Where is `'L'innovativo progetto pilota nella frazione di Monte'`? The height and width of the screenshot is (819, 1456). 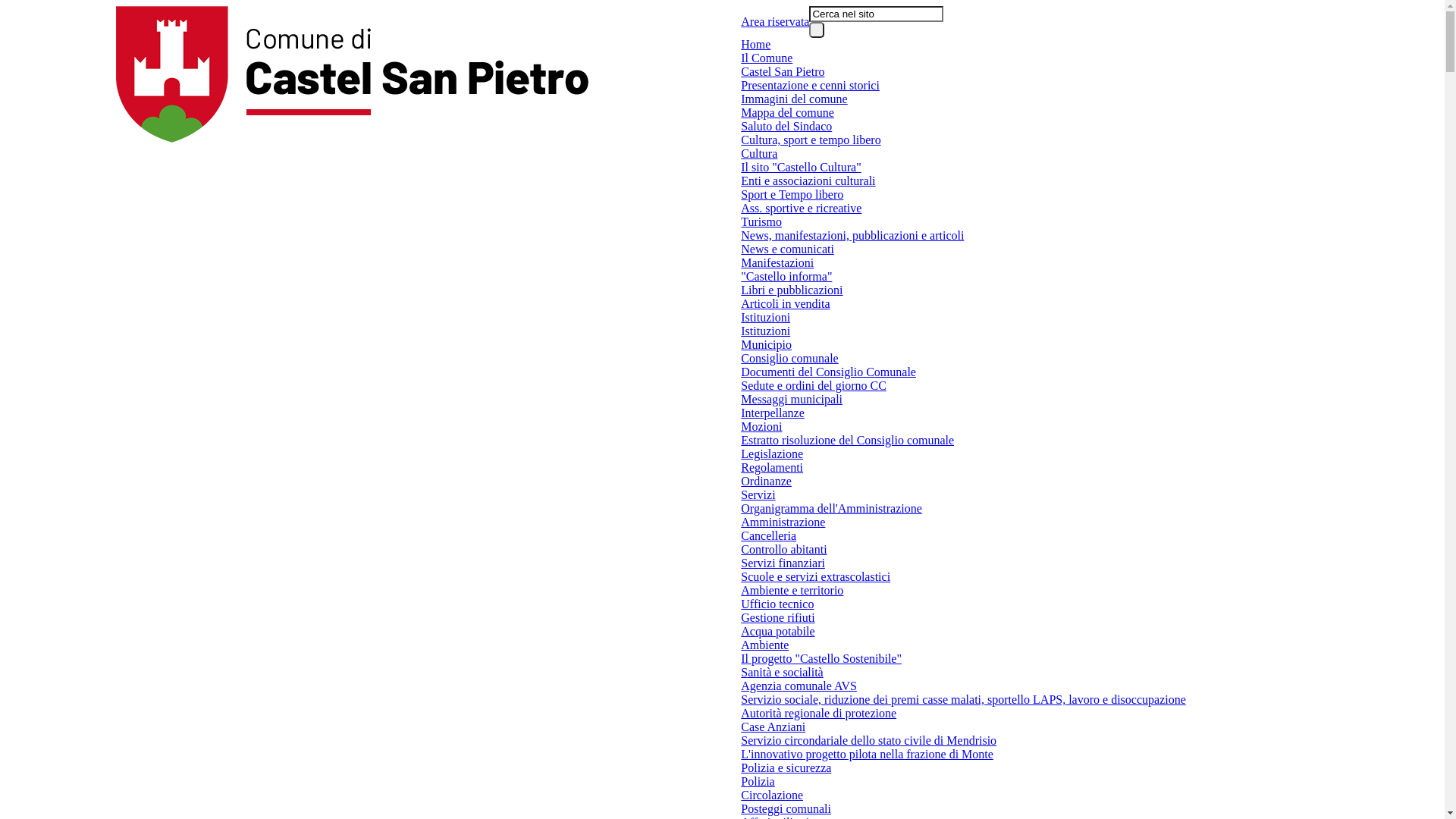
'L'innovativo progetto pilota nella frazione di Monte' is located at coordinates (867, 755).